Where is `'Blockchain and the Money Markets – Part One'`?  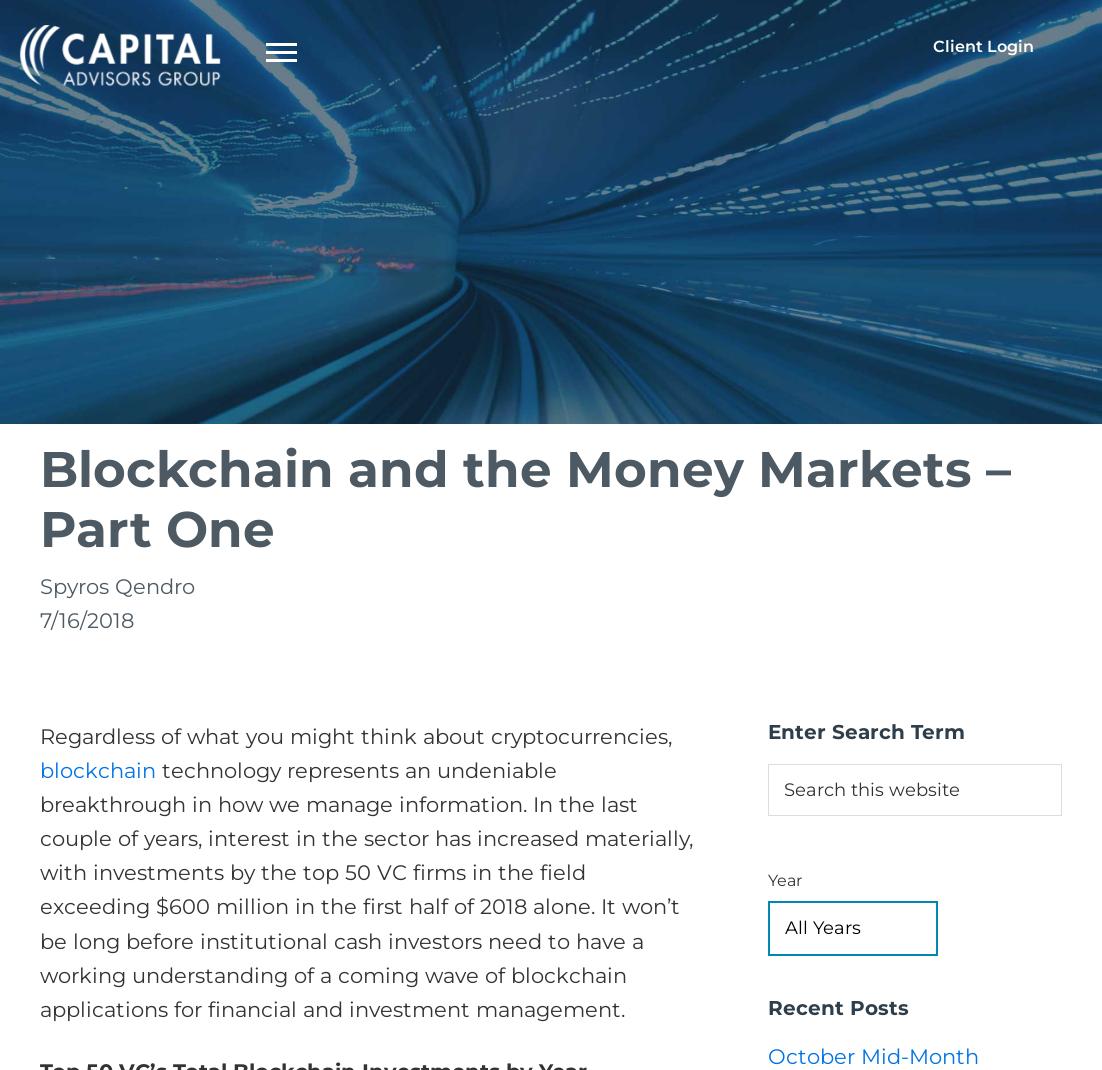 'Blockchain and the Money Markets – Part One' is located at coordinates (525, 498).